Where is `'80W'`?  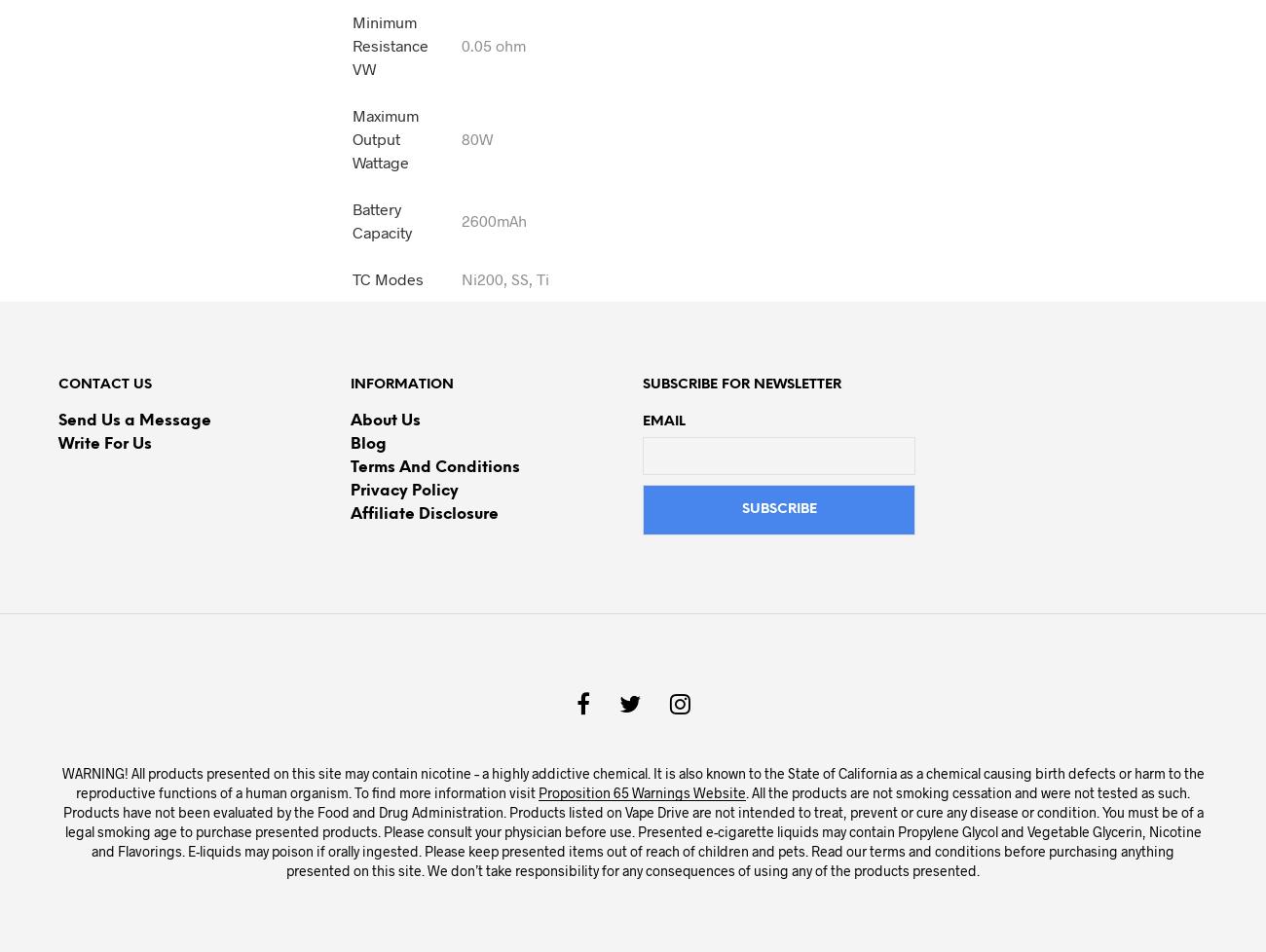 '80W' is located at coordinates (476, 137).